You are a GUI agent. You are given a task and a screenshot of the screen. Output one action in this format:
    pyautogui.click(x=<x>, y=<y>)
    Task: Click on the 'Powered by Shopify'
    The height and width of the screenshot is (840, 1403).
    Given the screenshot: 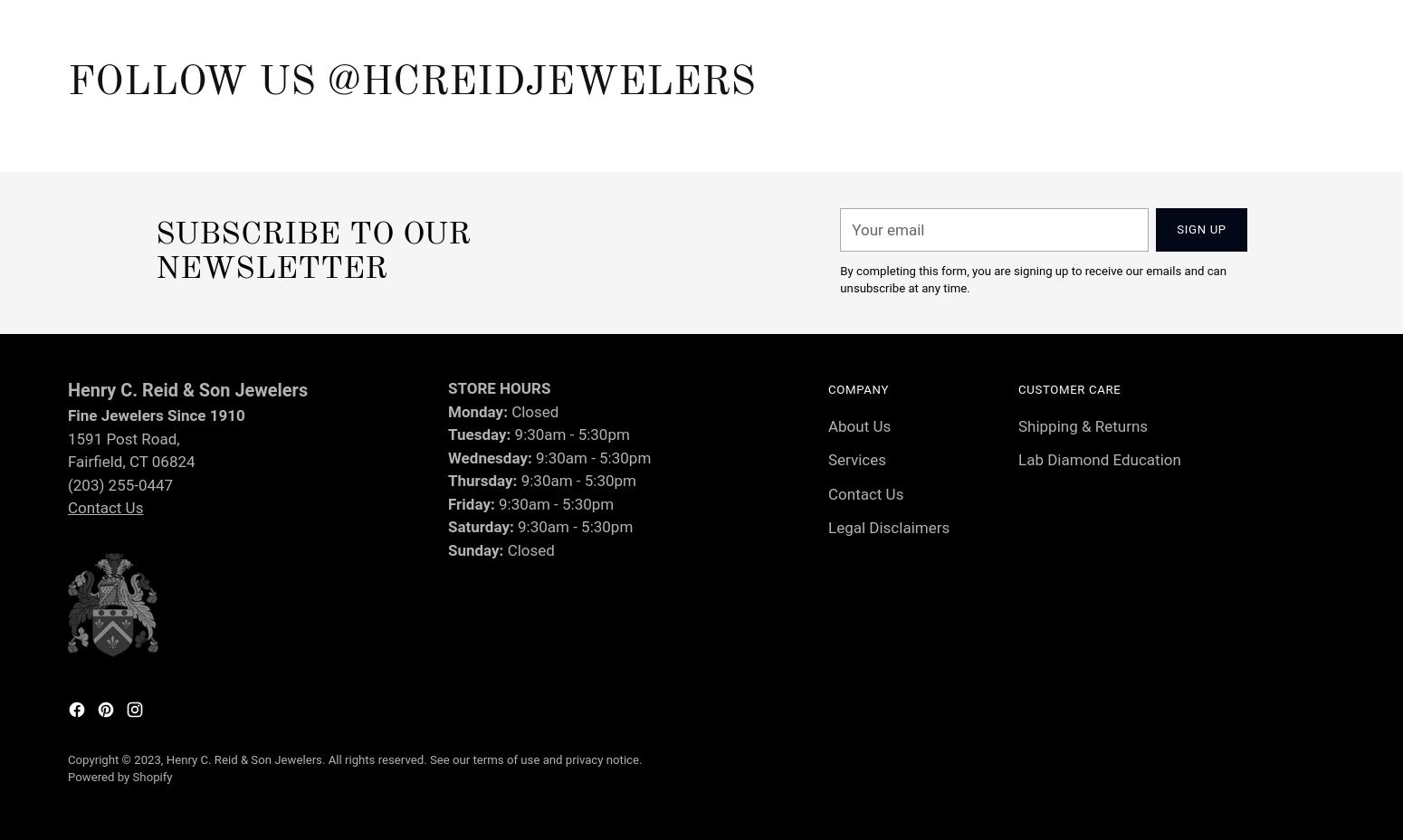 What is the action you would take?
    pyautogui.click(x=119, y=777)
    